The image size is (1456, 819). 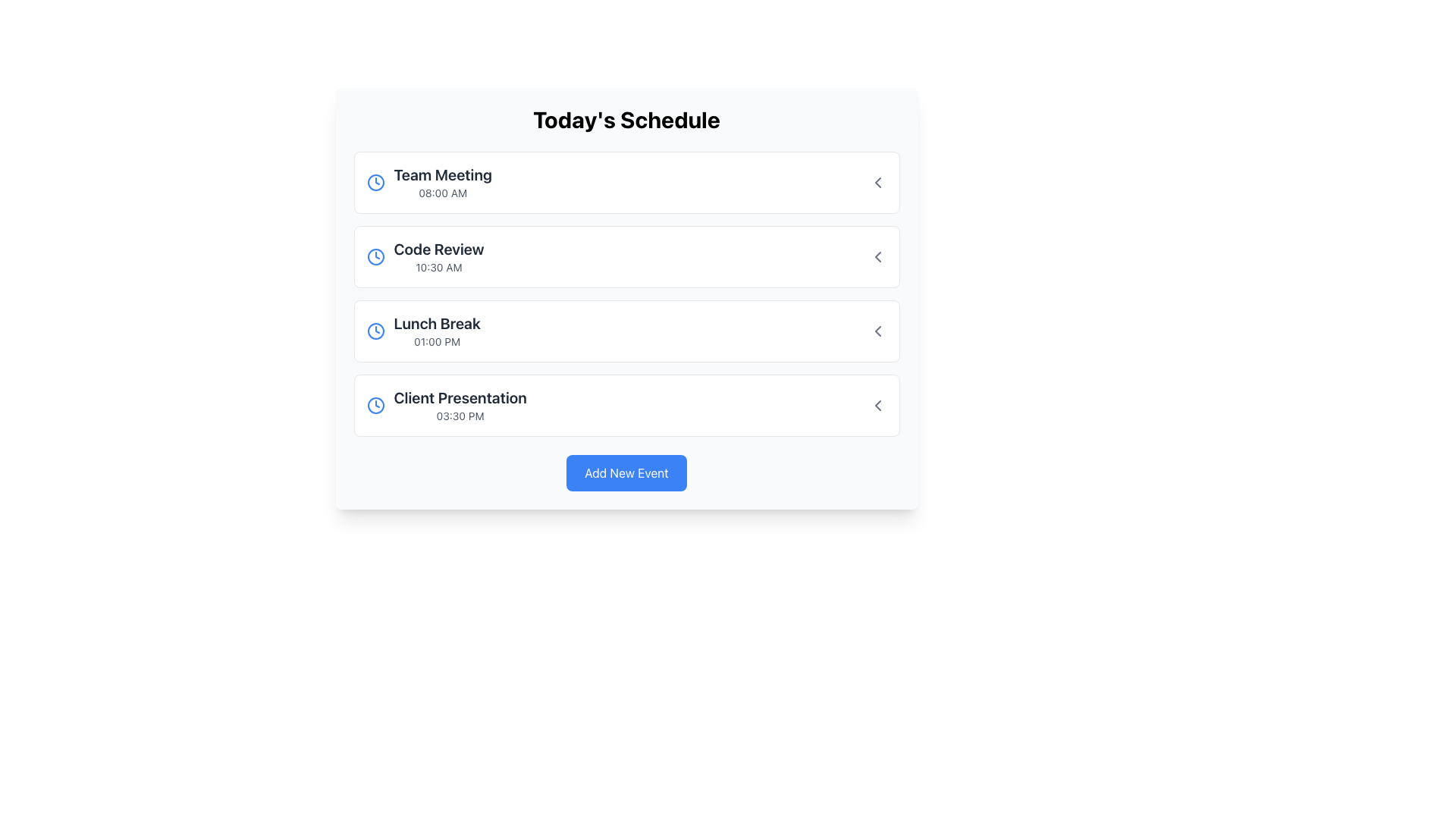 What do you see at coordinates (460, 416) in the screenshot?
I see `the static text displaying the time for the 'Client Presentation' event, which is centrally aligned in the fourth schedule item` at bounding box center [460, 416].